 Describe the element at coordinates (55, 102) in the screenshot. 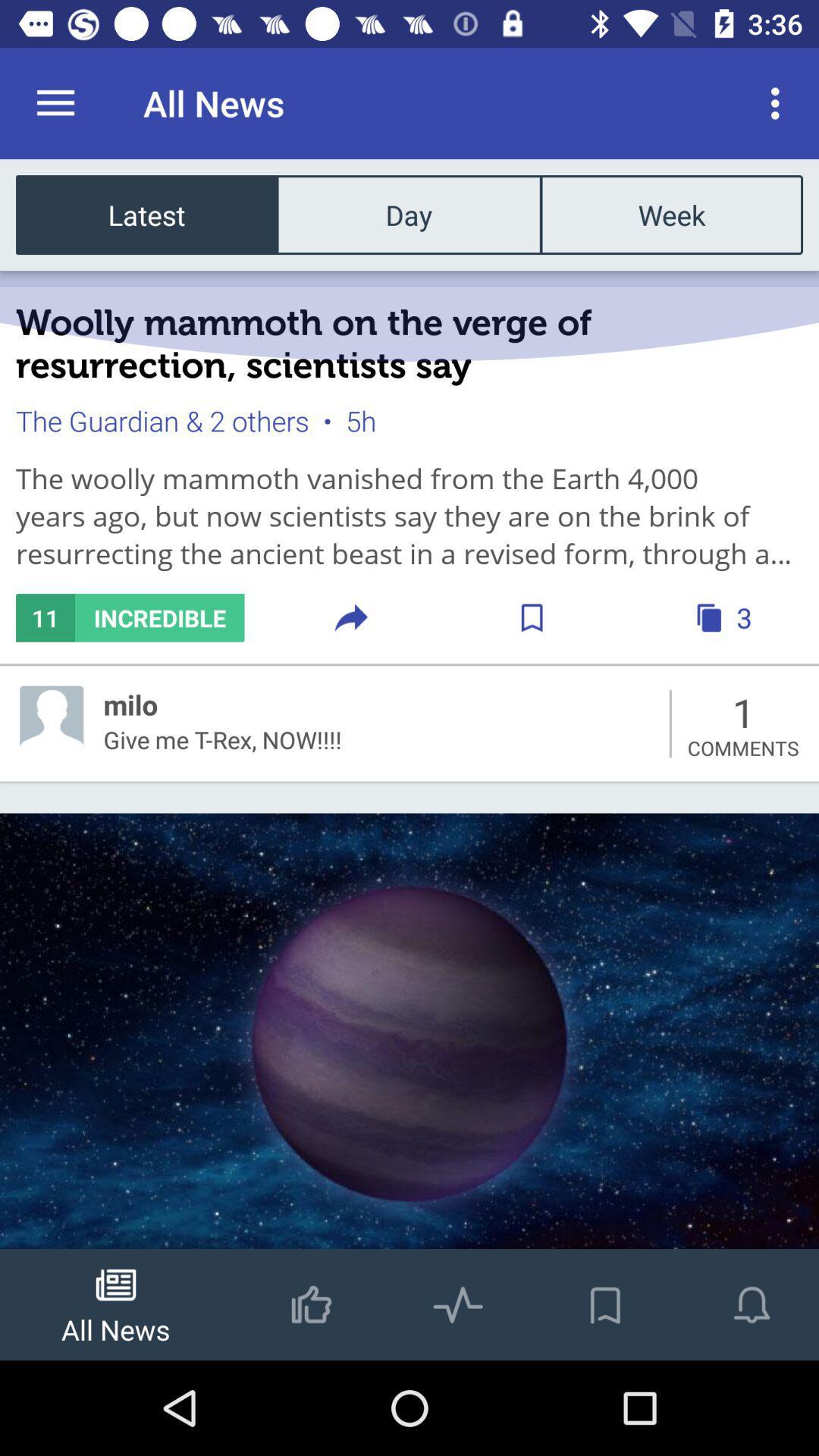

I see `the icon next to the all news item` at that location.